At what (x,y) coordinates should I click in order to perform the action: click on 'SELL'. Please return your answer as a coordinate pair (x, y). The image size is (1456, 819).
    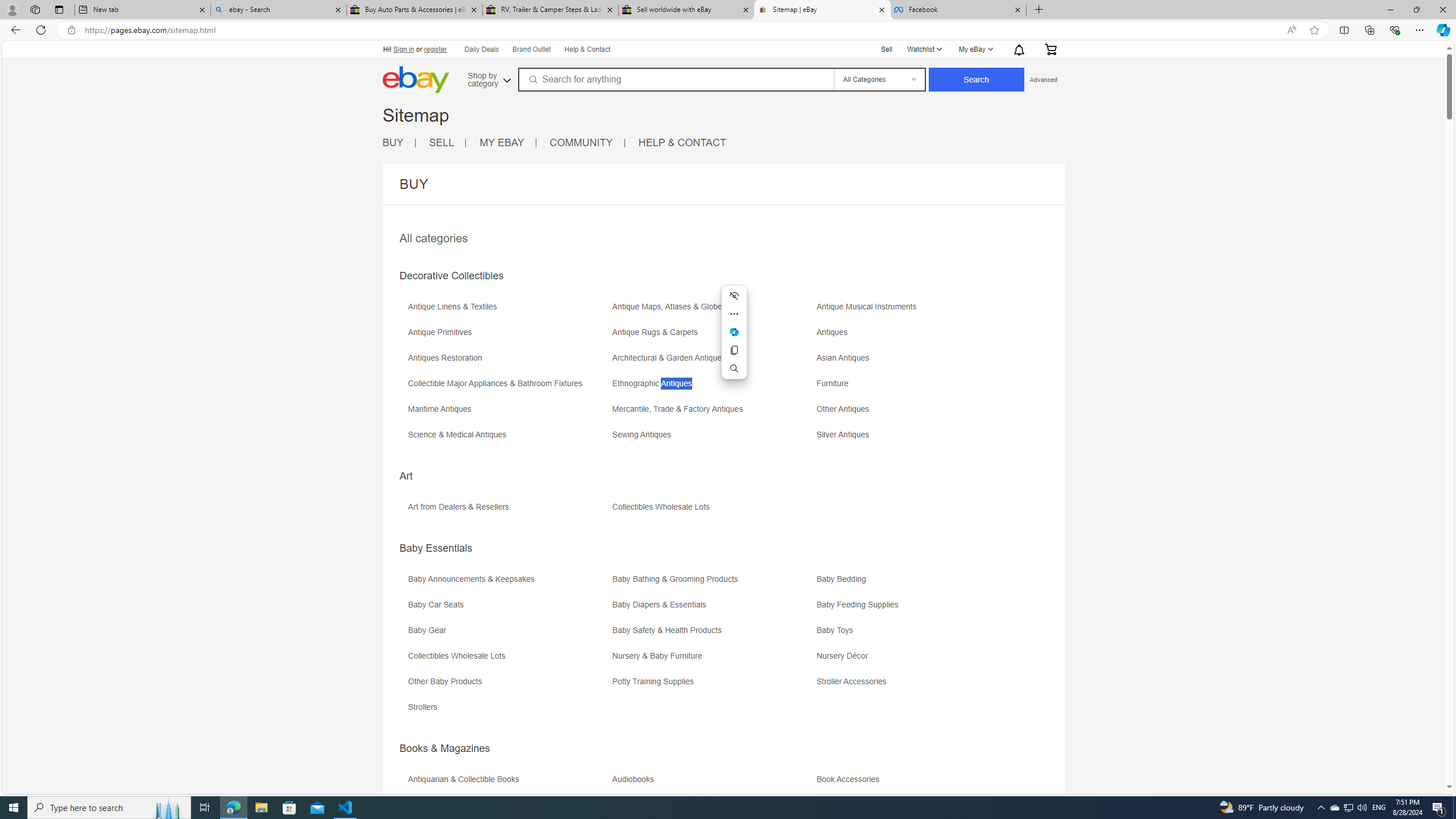
    Looking at the image, I should click on (447, 142).